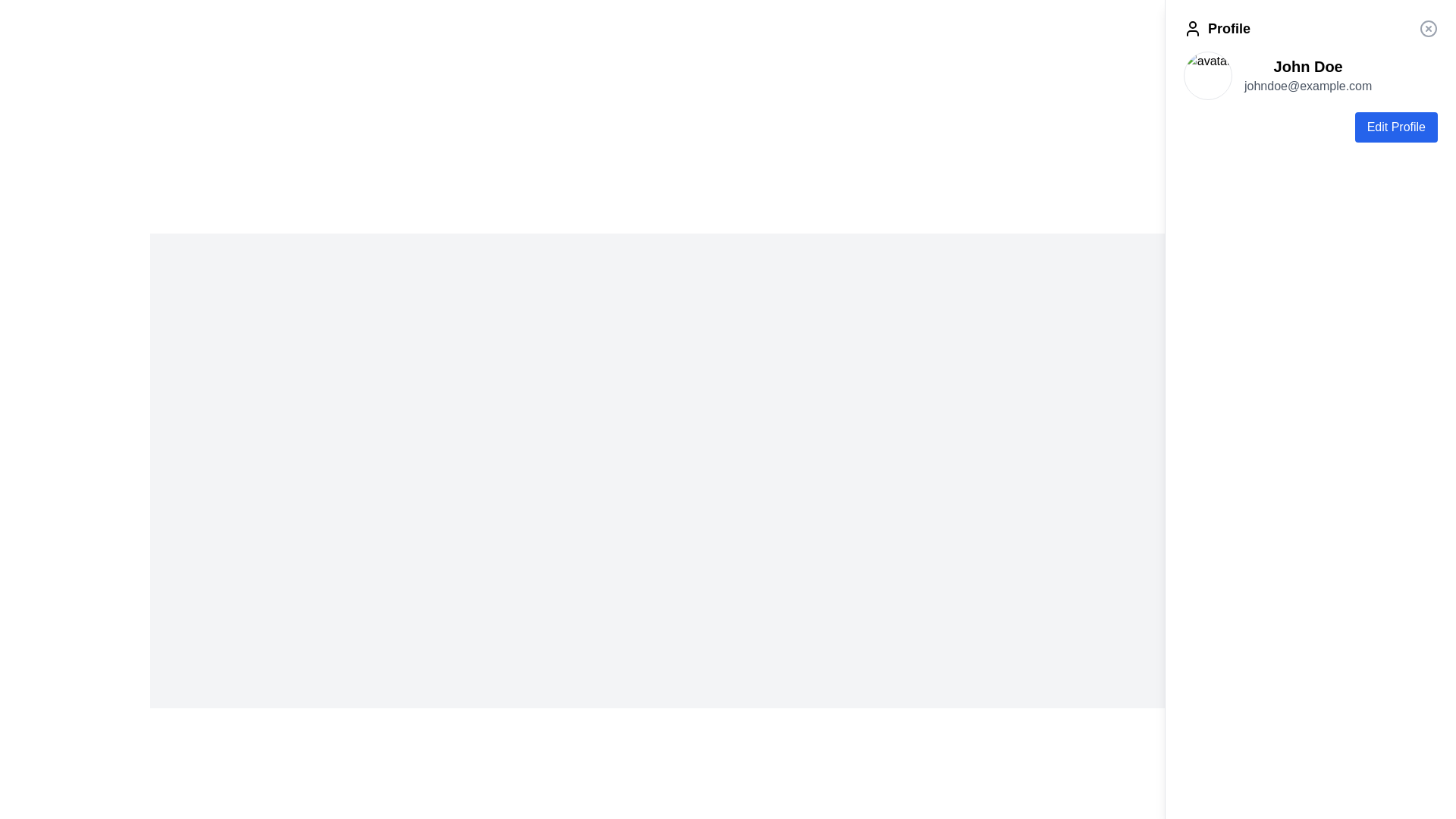 The image size is (1456, 819). What do you see at coordinates (1307, 76) in the screenshot?
I see `the text block displaying user information, which includes the user's name and email, located in the top-right section of the interface` at bounding box center [1307, 76].